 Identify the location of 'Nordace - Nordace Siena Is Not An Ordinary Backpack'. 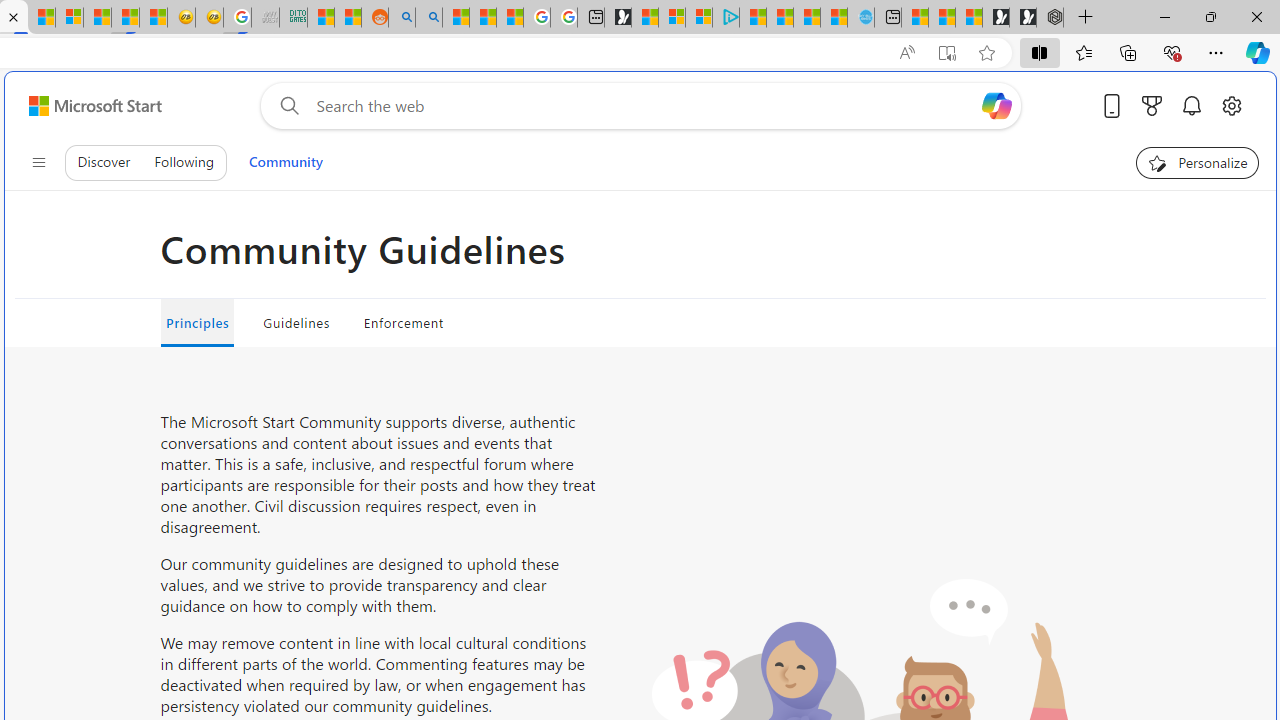
(1049, 17).